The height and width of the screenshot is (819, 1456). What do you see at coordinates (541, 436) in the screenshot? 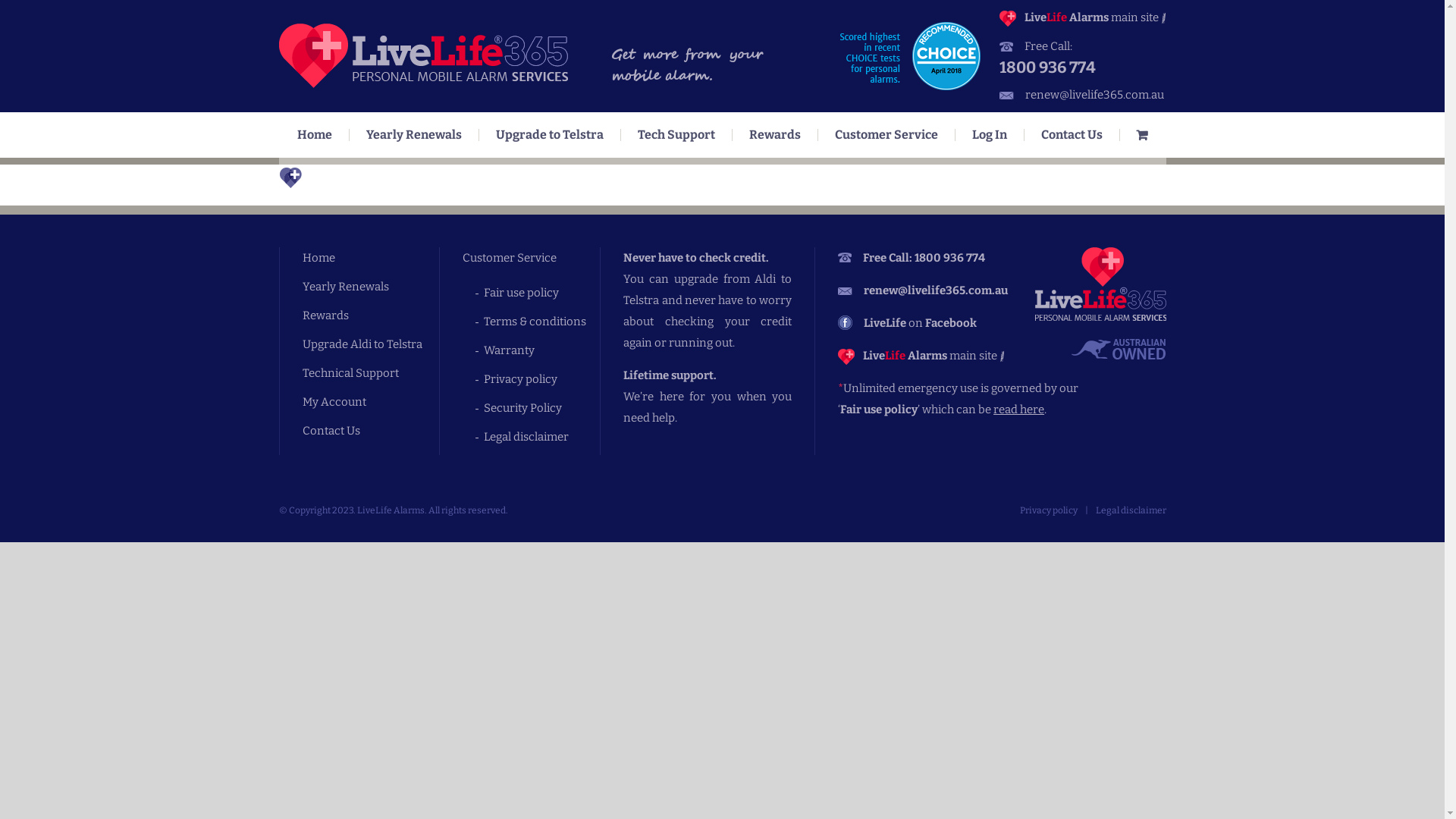
I see `'Legal disclaimer'` at bounding box center [541, 436].